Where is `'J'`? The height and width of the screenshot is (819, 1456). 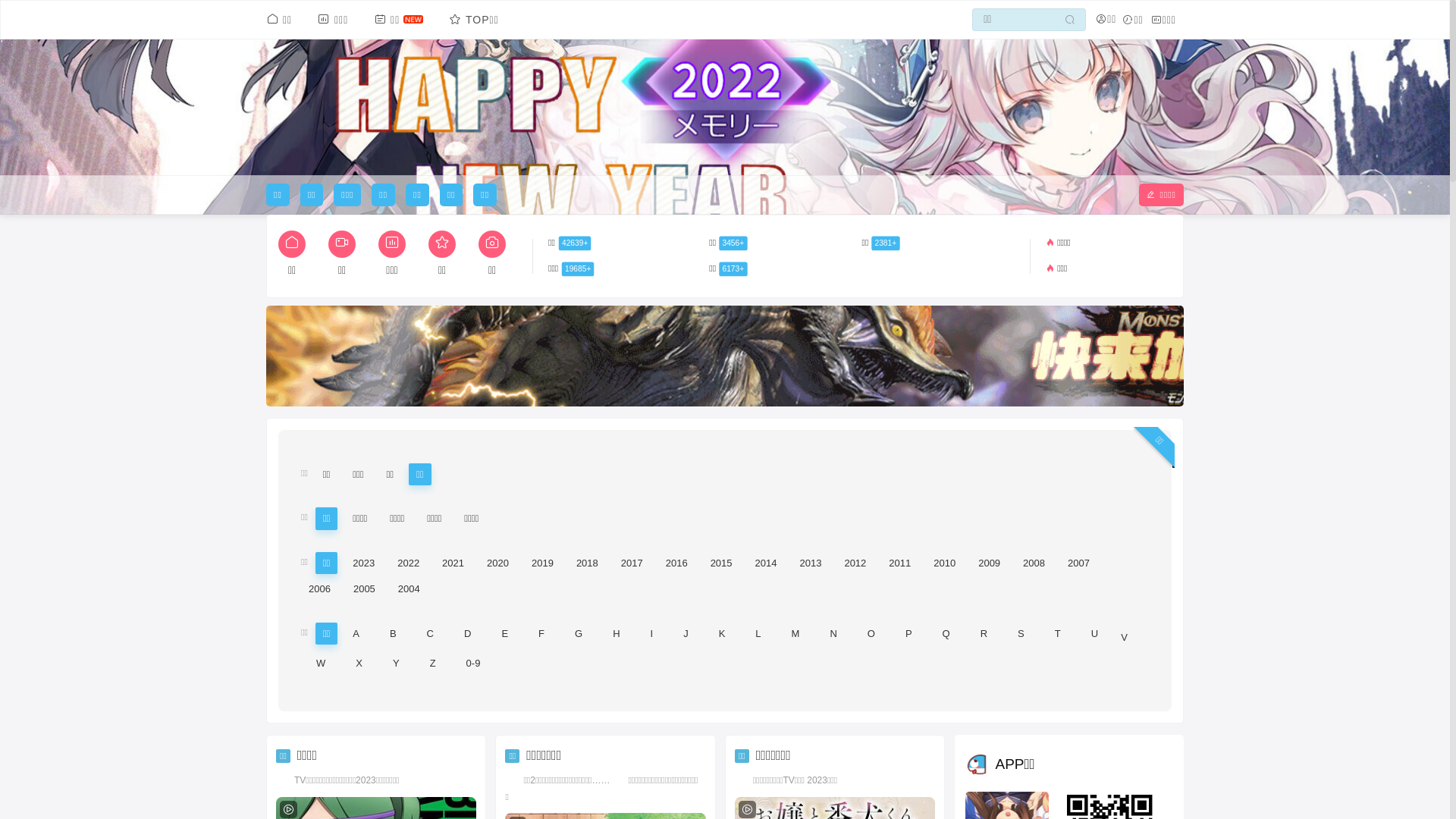
'J' is located at coordinates (685, 633).